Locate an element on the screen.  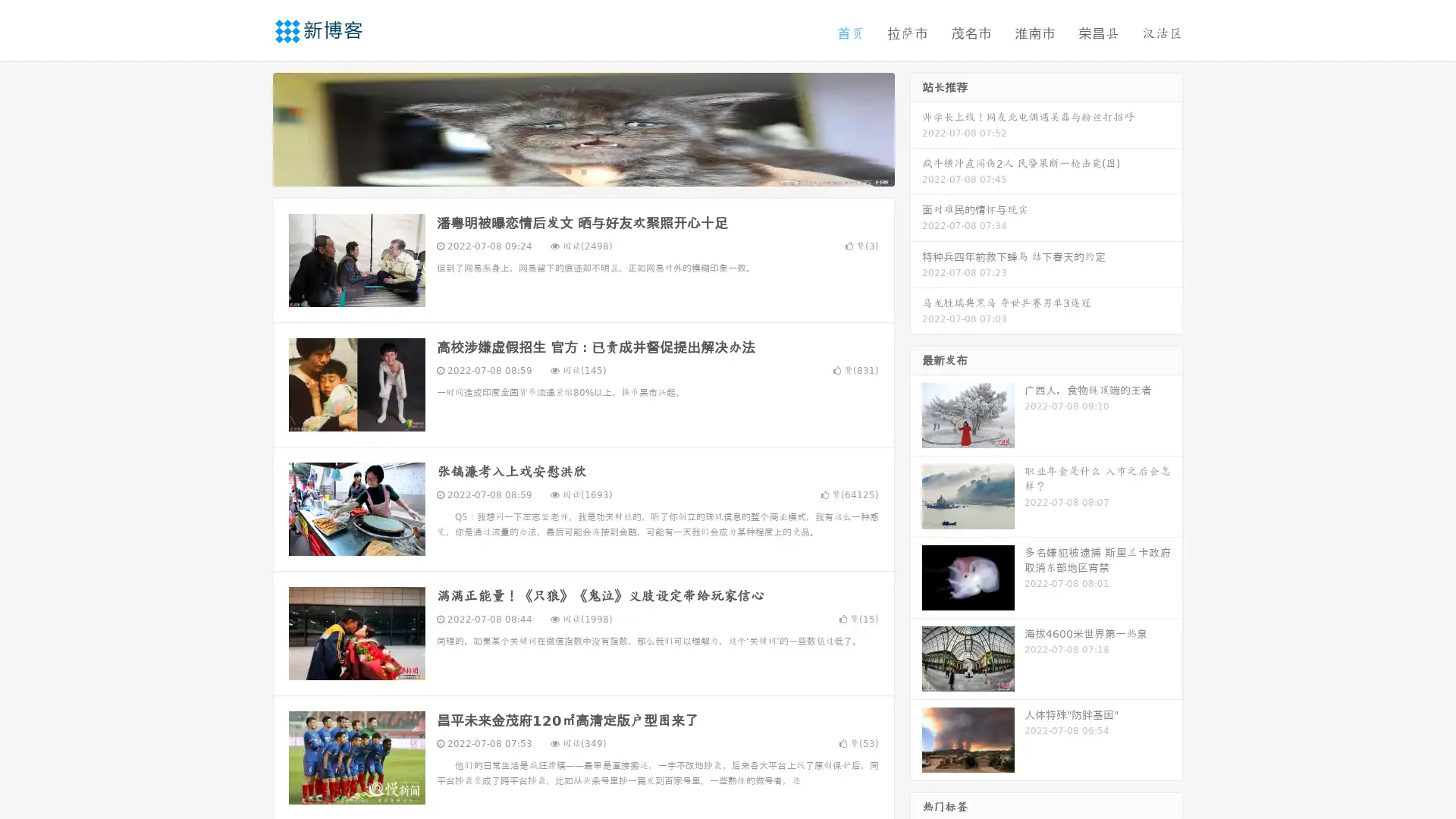
Go to slide 3 is located at coordinates (598, 171).